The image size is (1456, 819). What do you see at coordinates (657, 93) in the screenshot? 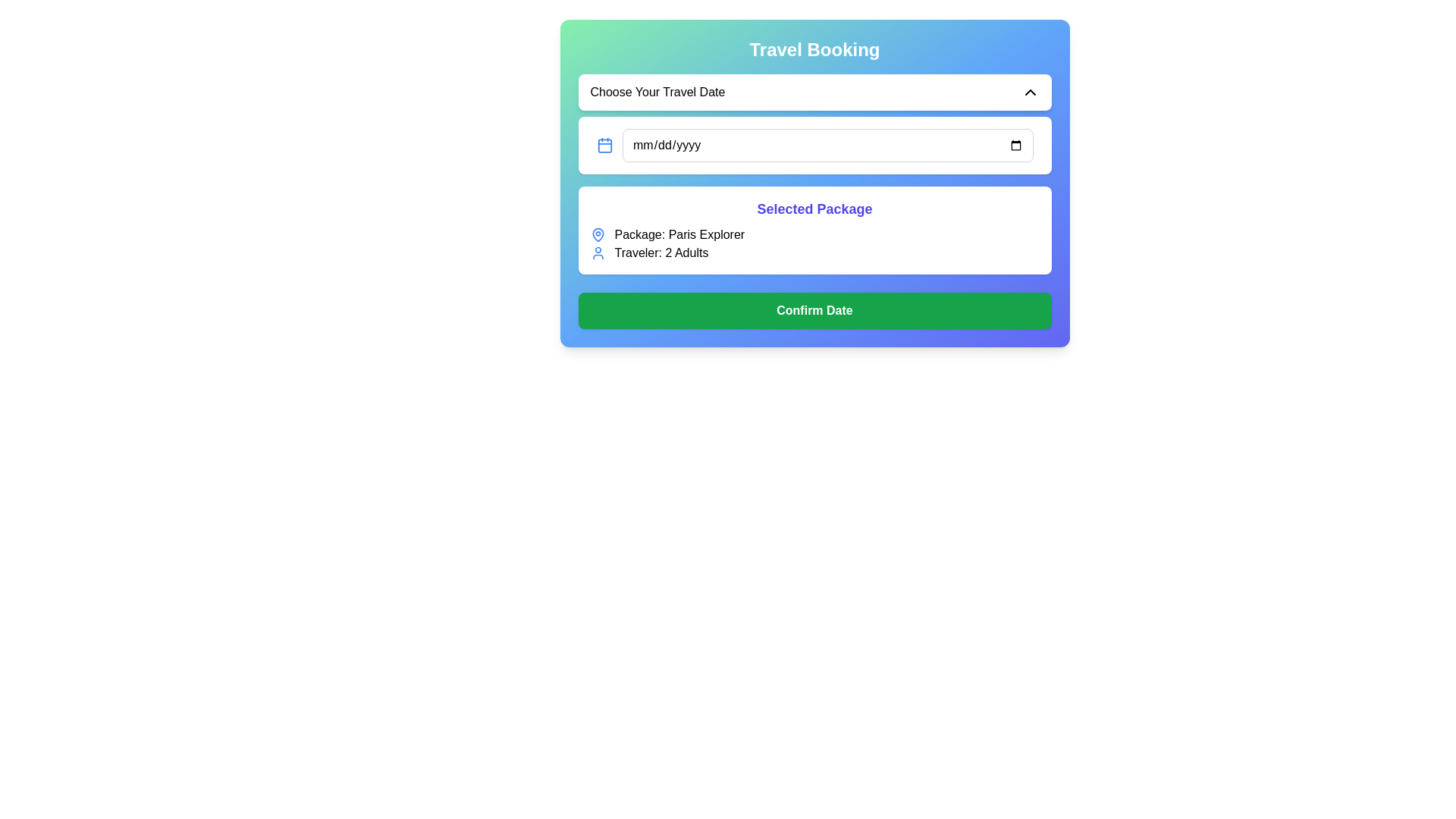
I see `the static text label indicating the purpose of the travel date input field, which is positioned above the date input field and below the 'Travel Booking' title` at bounding box center [657, 93].